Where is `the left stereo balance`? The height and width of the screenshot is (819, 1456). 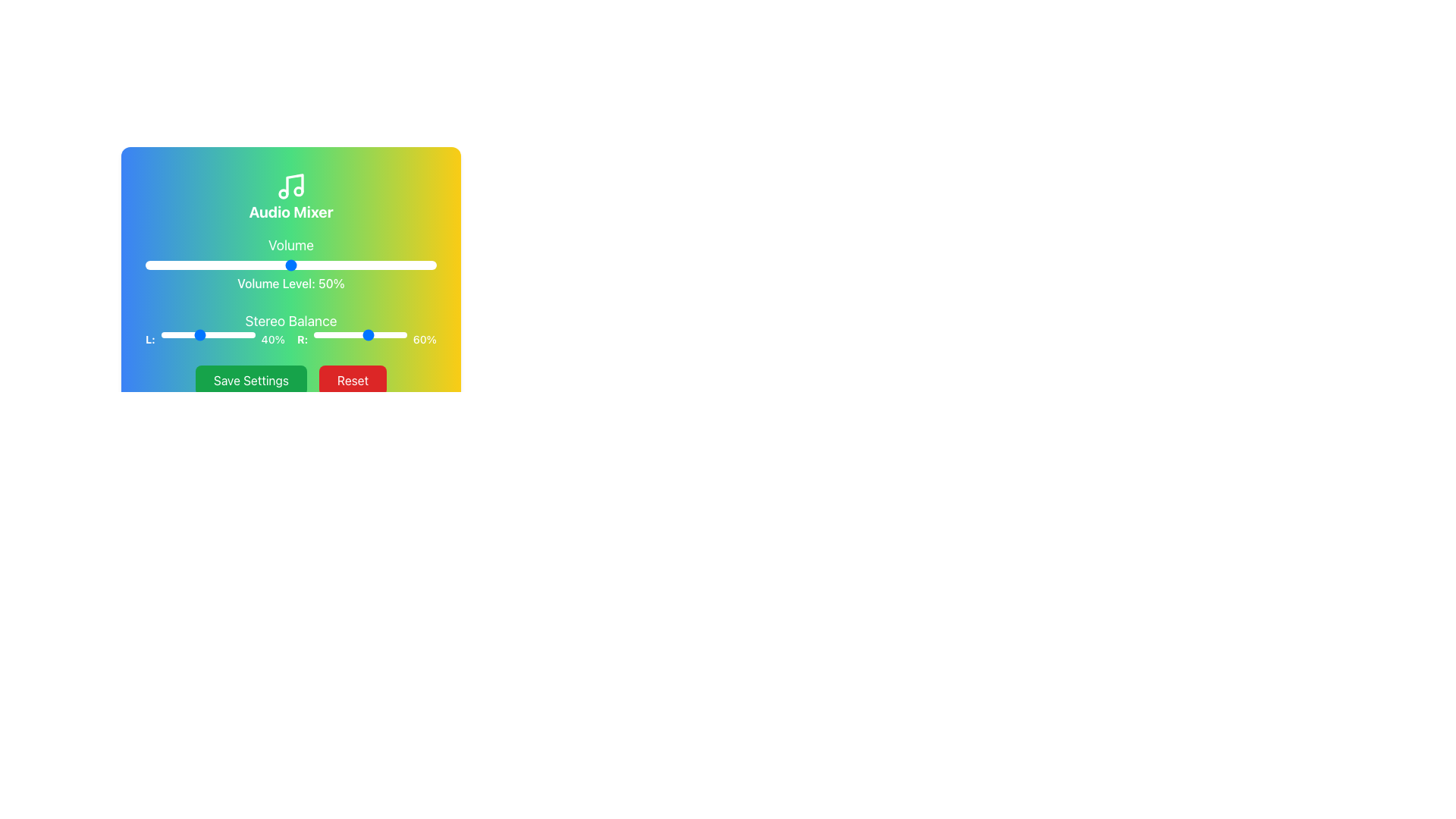 the left stereo balance is located at coordinates (246, 334).